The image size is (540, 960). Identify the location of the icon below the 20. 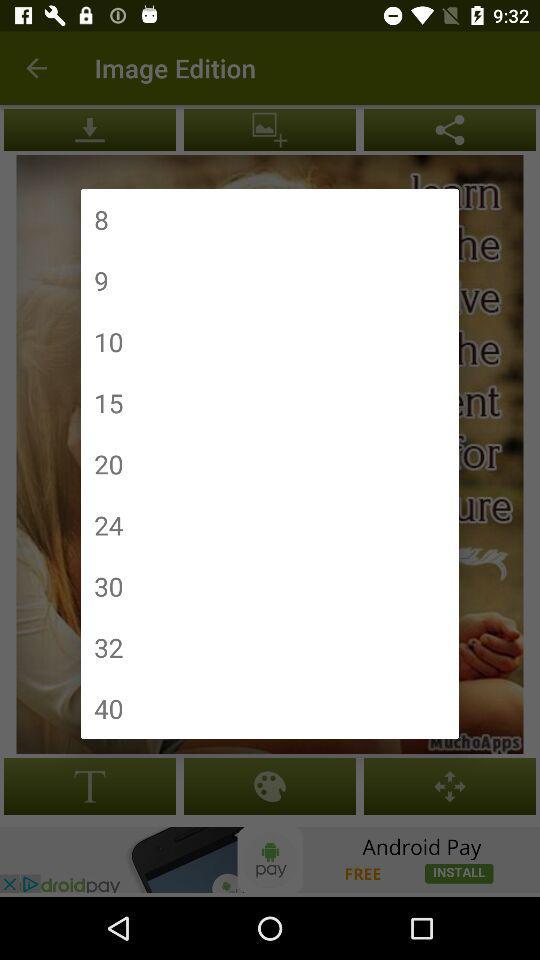
(108, 524).